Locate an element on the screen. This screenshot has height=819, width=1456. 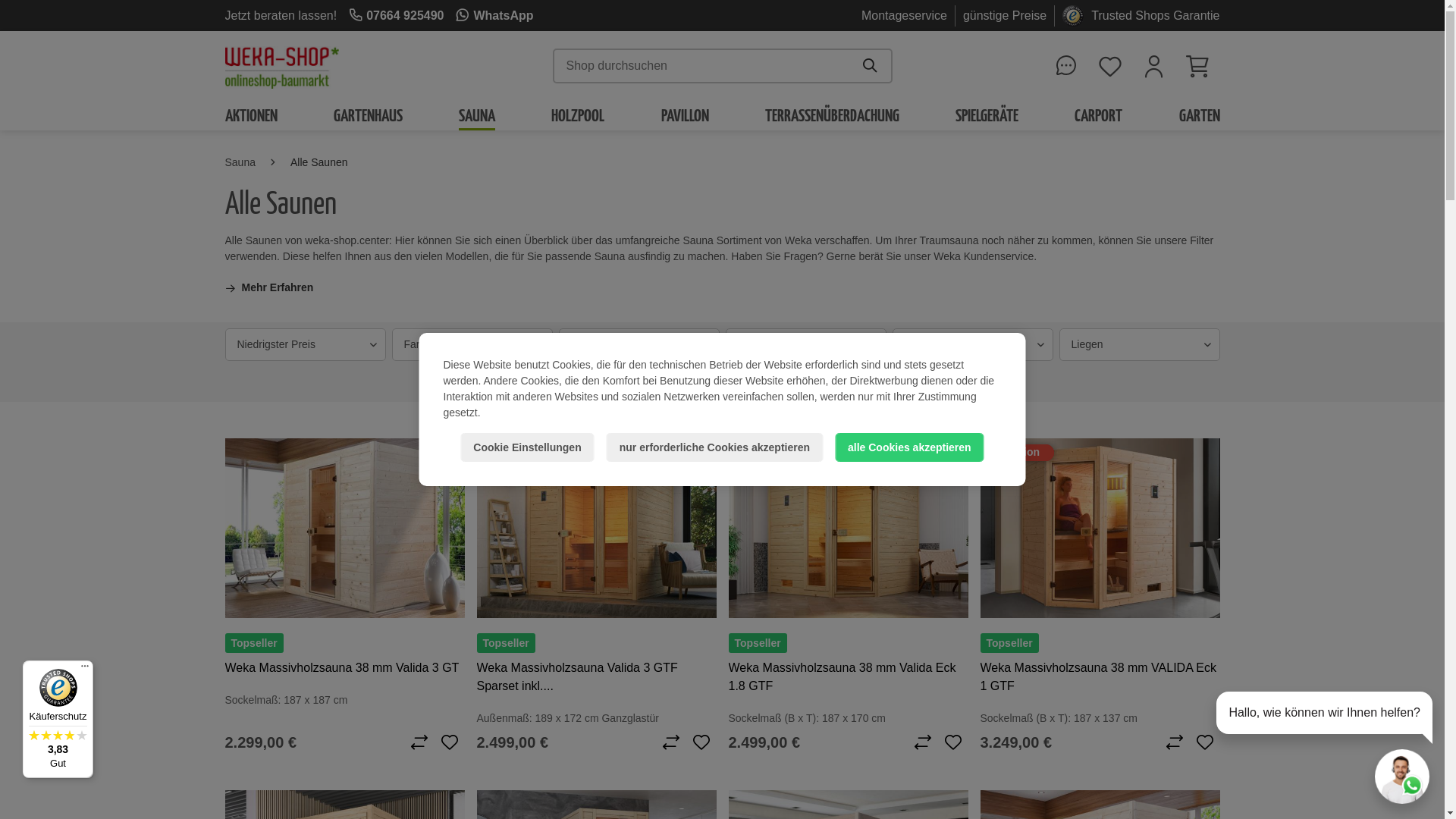
'Mein Konto' is located at coordinates (1131, 65).